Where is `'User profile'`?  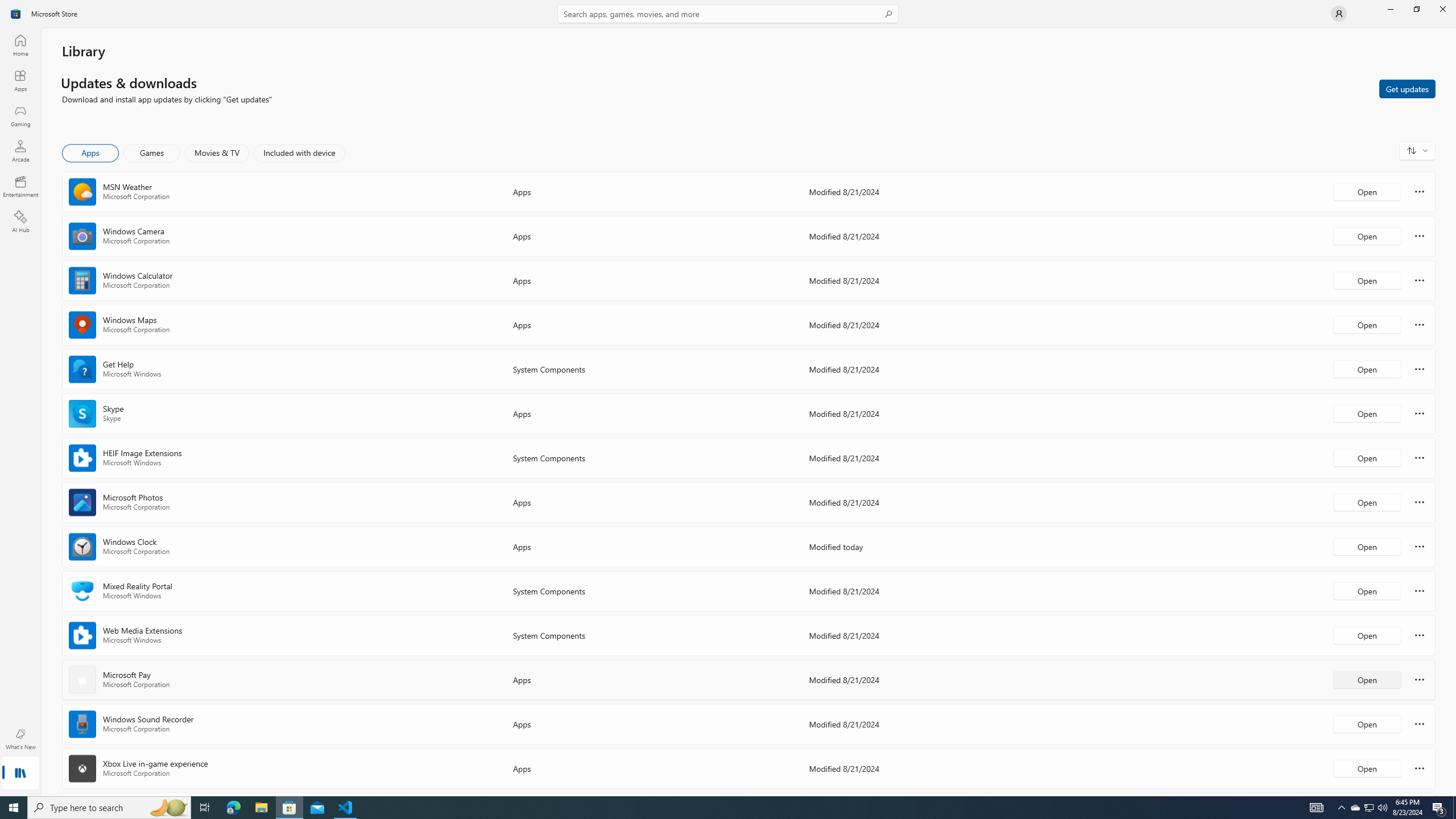 'User profile' is located at coordinates (1338, 13).